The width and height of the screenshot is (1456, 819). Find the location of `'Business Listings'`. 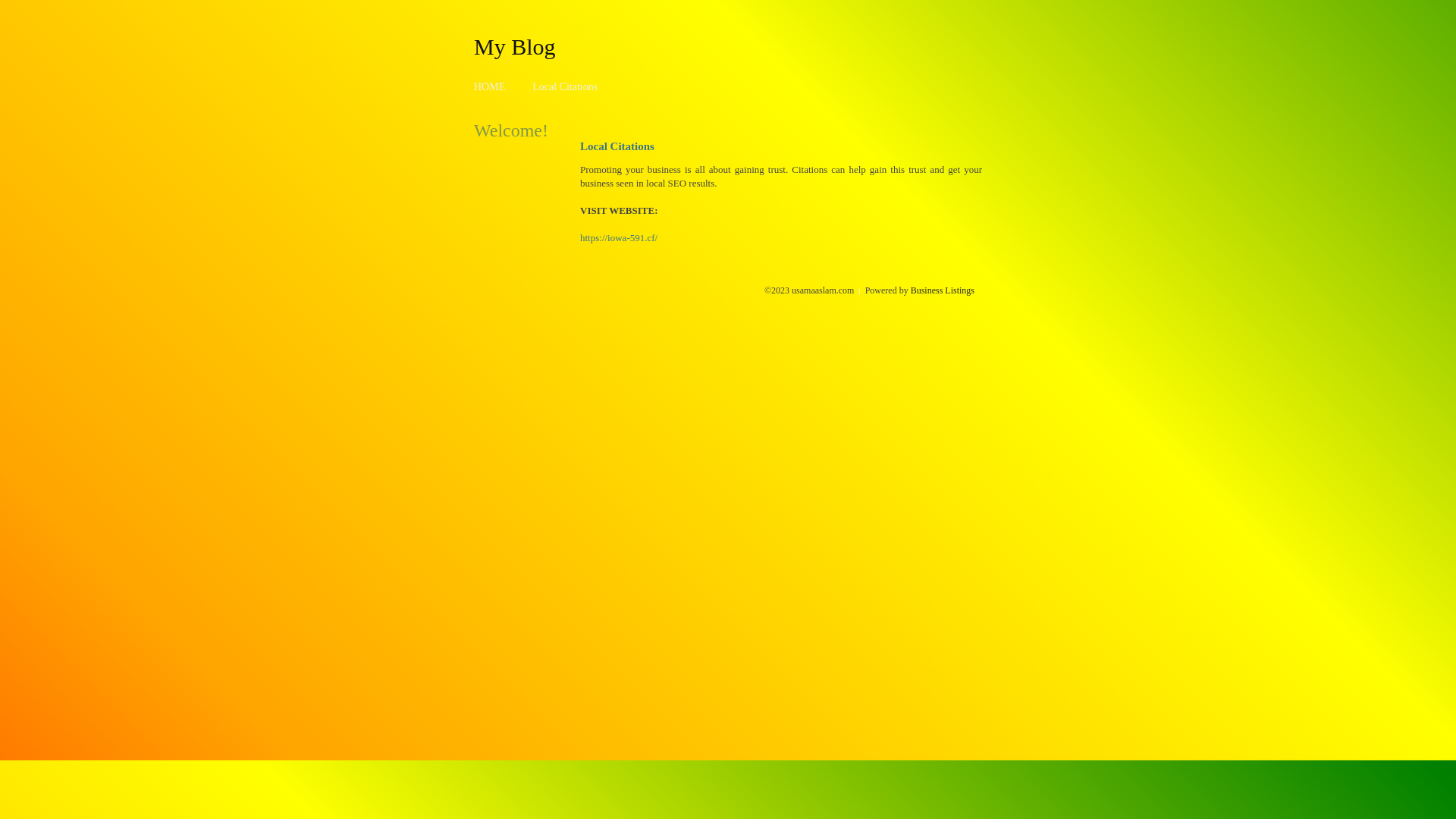

'Business Listings' is located at coordinates (942, 290).